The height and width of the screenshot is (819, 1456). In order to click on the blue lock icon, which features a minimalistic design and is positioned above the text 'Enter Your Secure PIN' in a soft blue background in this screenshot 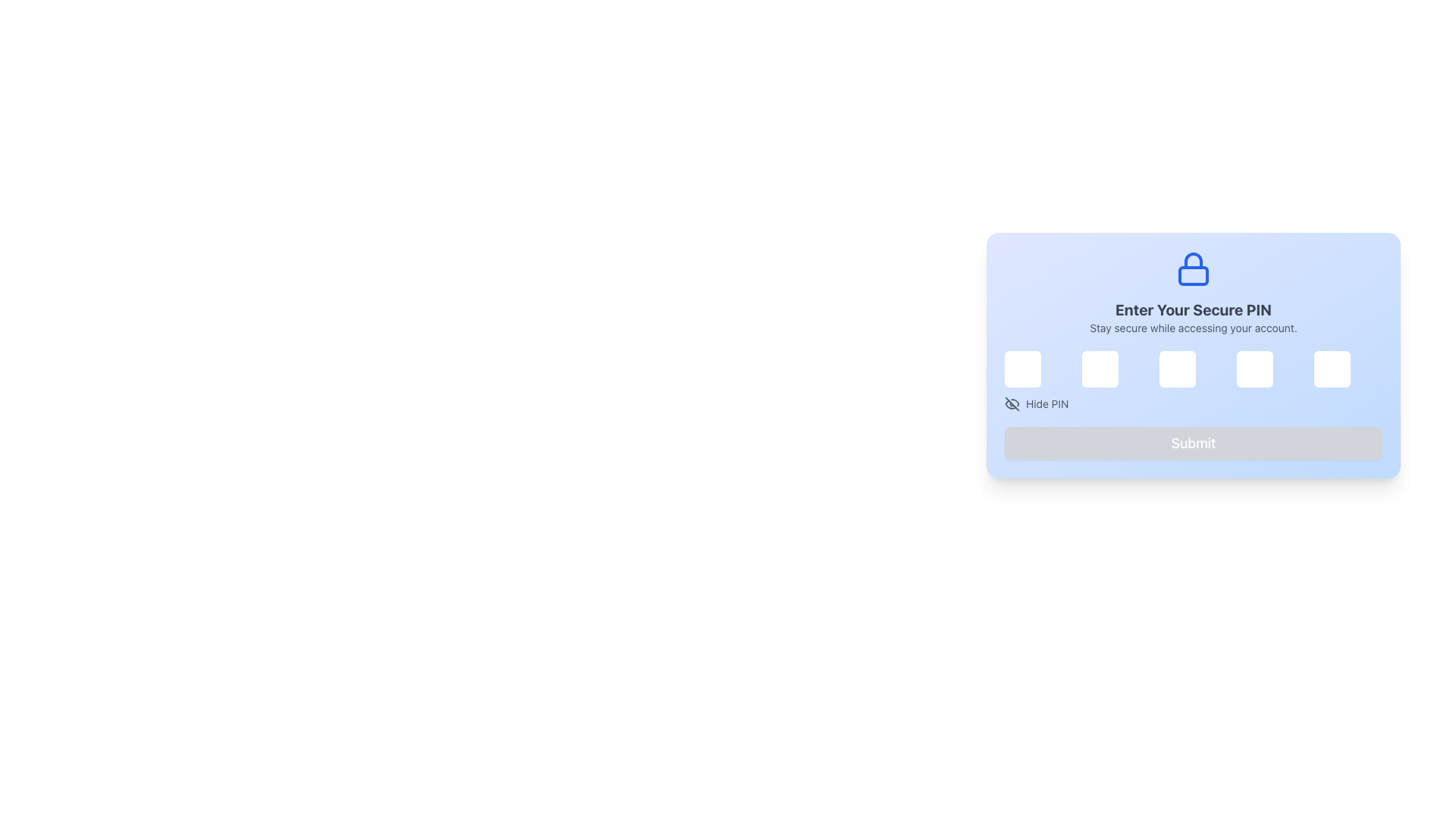, I will do `click(1193, 268)`.